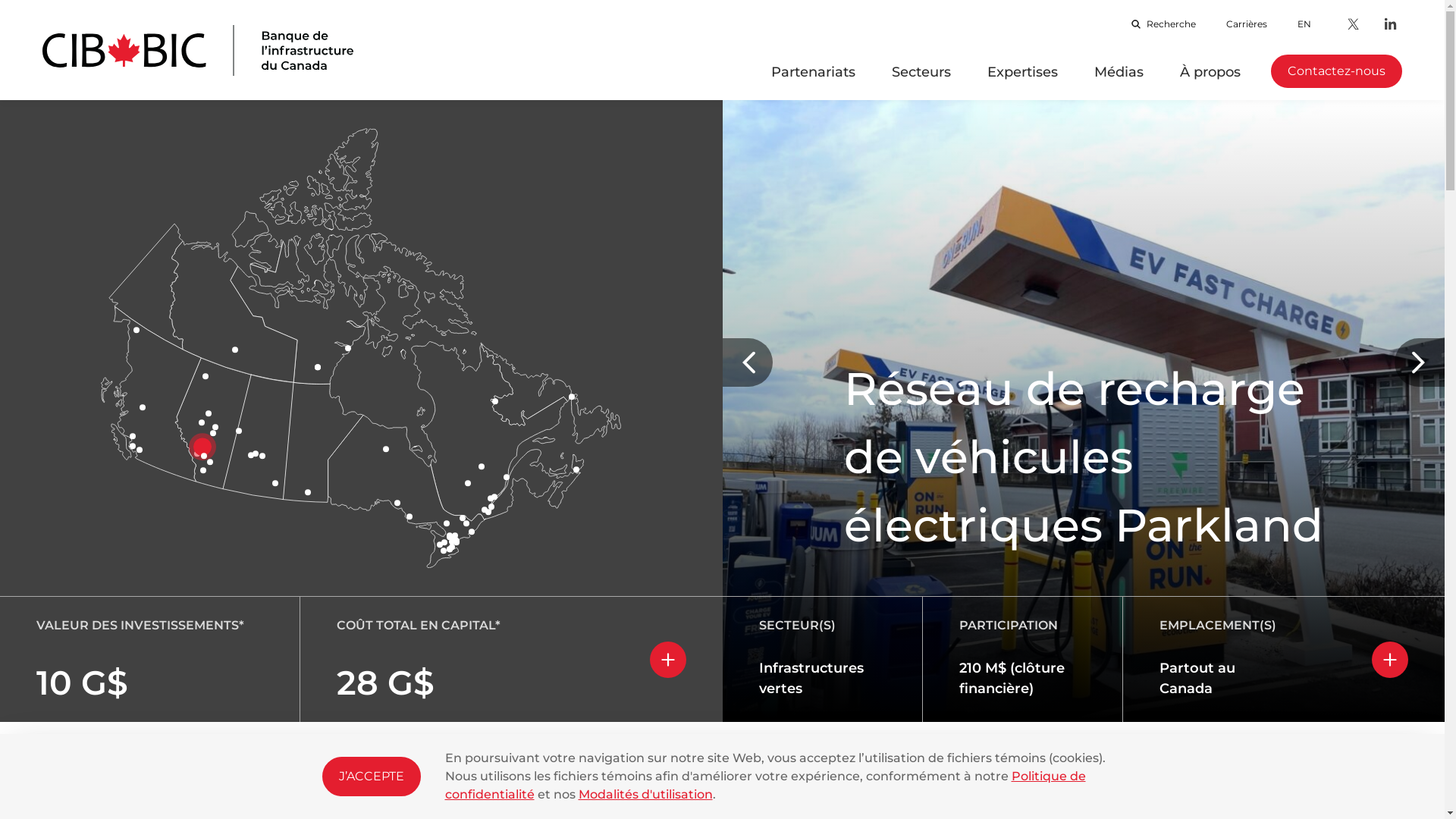 This screenshot has width=1456, height=819. I want to click on 'Contactez-nous', so click(1336, 71).